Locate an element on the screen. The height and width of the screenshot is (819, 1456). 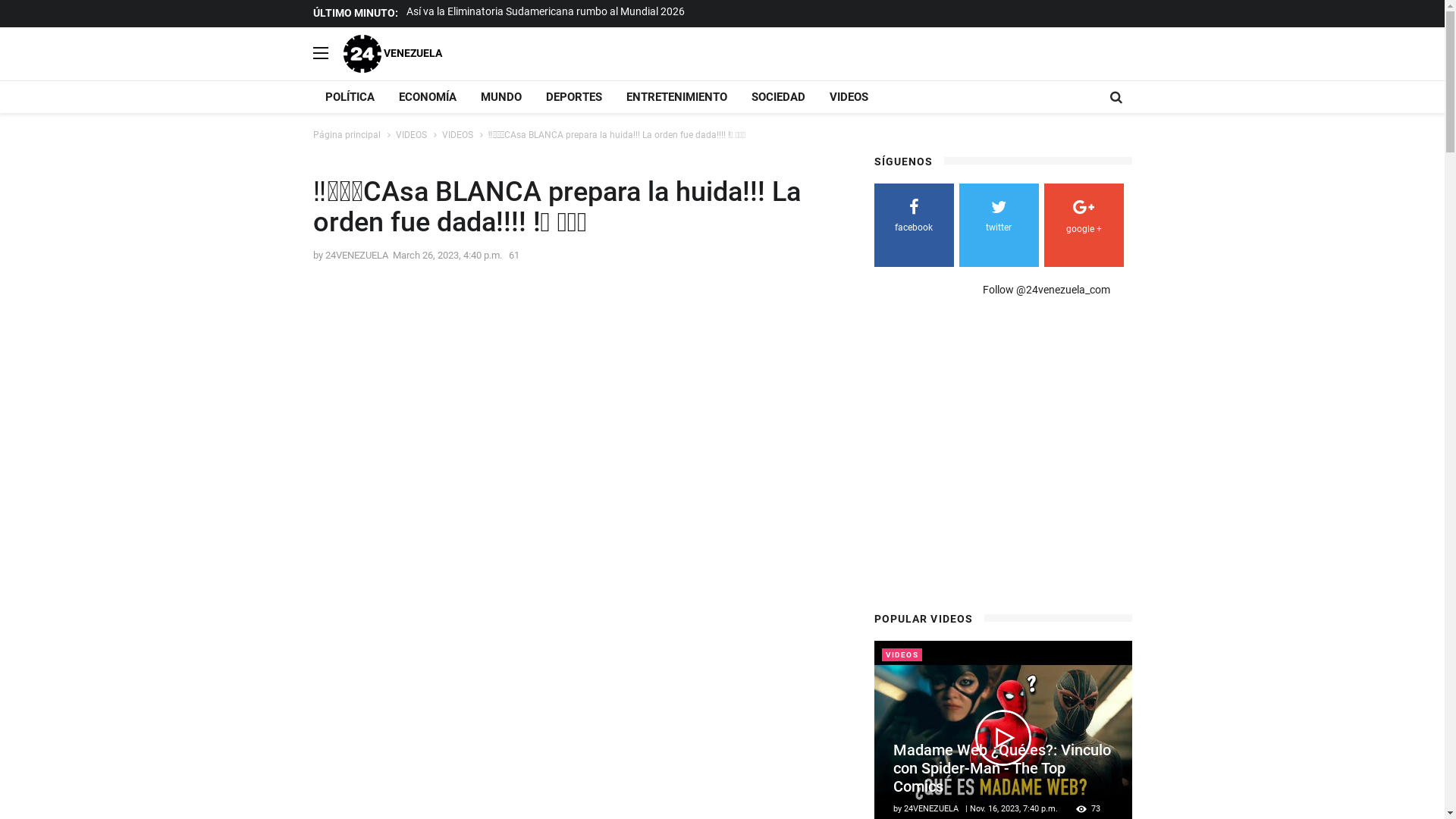
'ENTRETENIMIENTO' is located at coordinates (676, 96).